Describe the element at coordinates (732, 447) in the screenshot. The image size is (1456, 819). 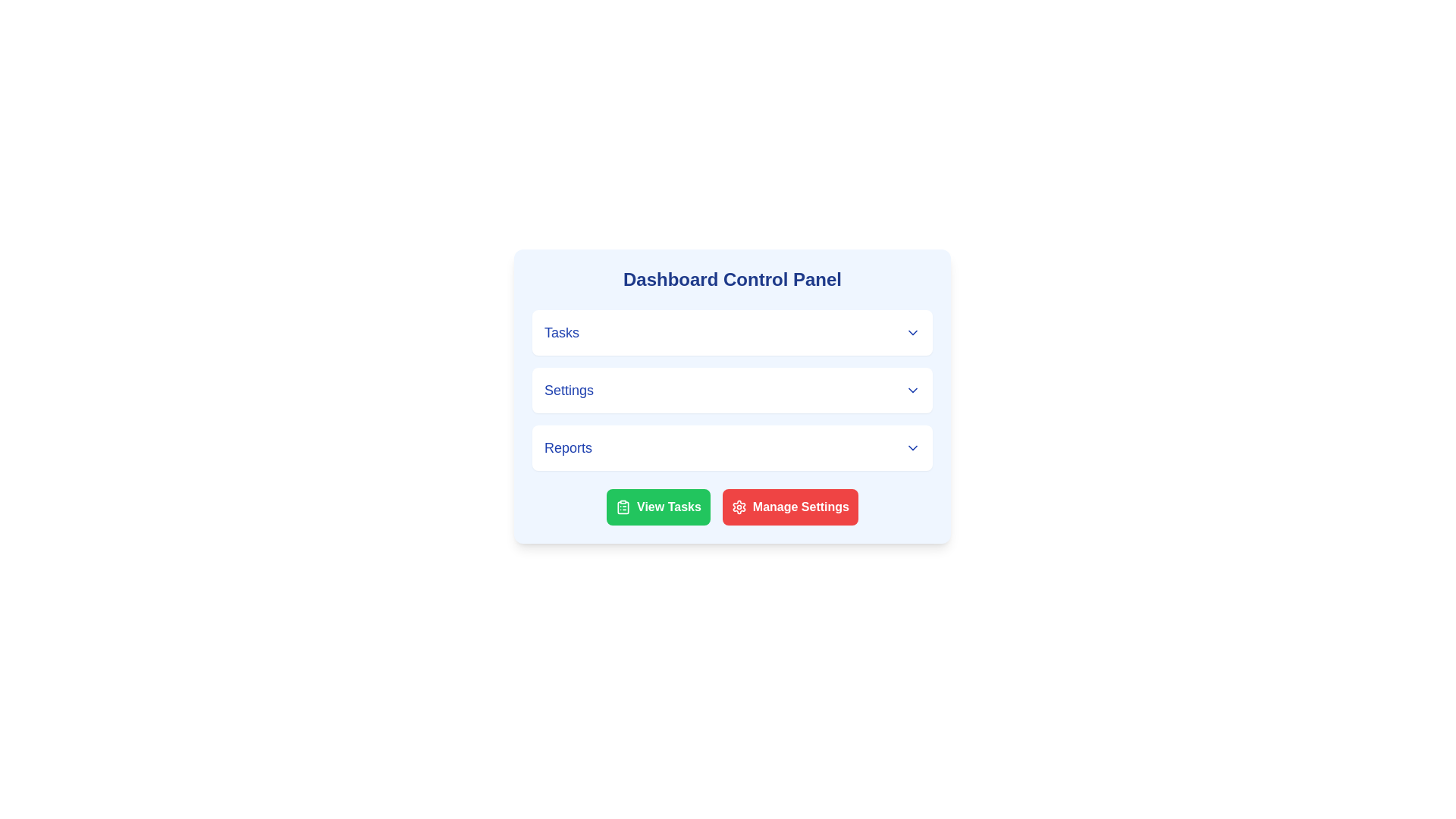
I see `the dropdown trigger button for 'Reports' located in the Dashboard Control Panel, positioned below 'Settings' and above 'View Tasks'` at that location.